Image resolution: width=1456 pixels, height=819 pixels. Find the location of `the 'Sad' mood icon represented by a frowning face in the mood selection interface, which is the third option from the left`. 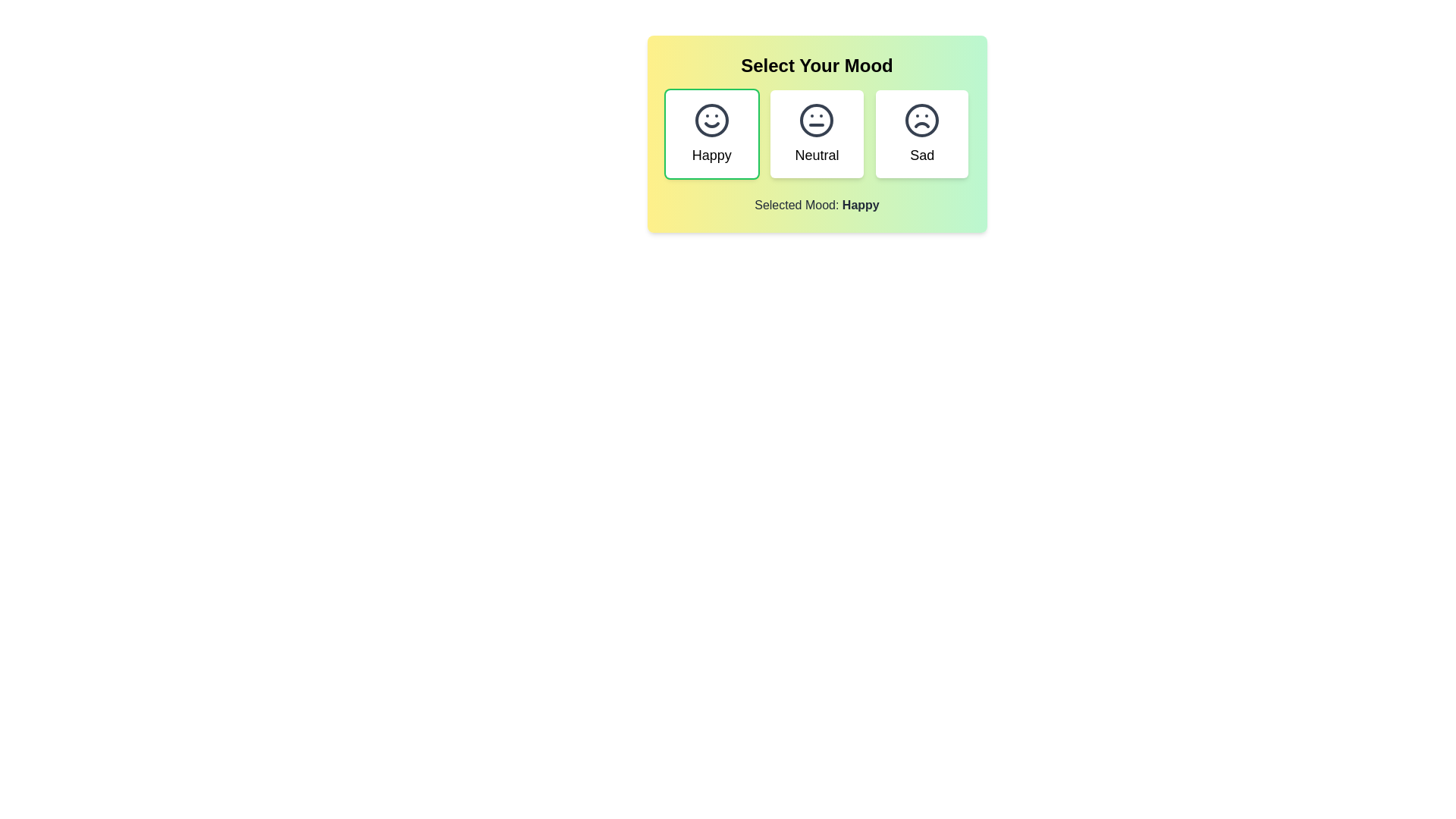

the 'Sad' mood icon represented by a frowning face in the mood selection interface, which is the third option from the left is located at coordinates (921, 119).